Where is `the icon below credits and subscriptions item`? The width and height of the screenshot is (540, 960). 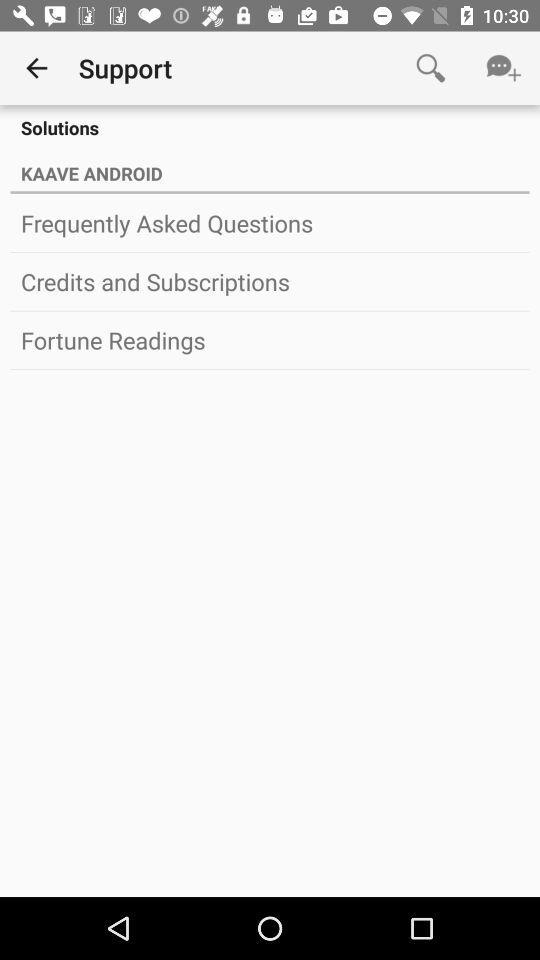
the icon below credits and subscriptions item is located at coordinates (270, 340).